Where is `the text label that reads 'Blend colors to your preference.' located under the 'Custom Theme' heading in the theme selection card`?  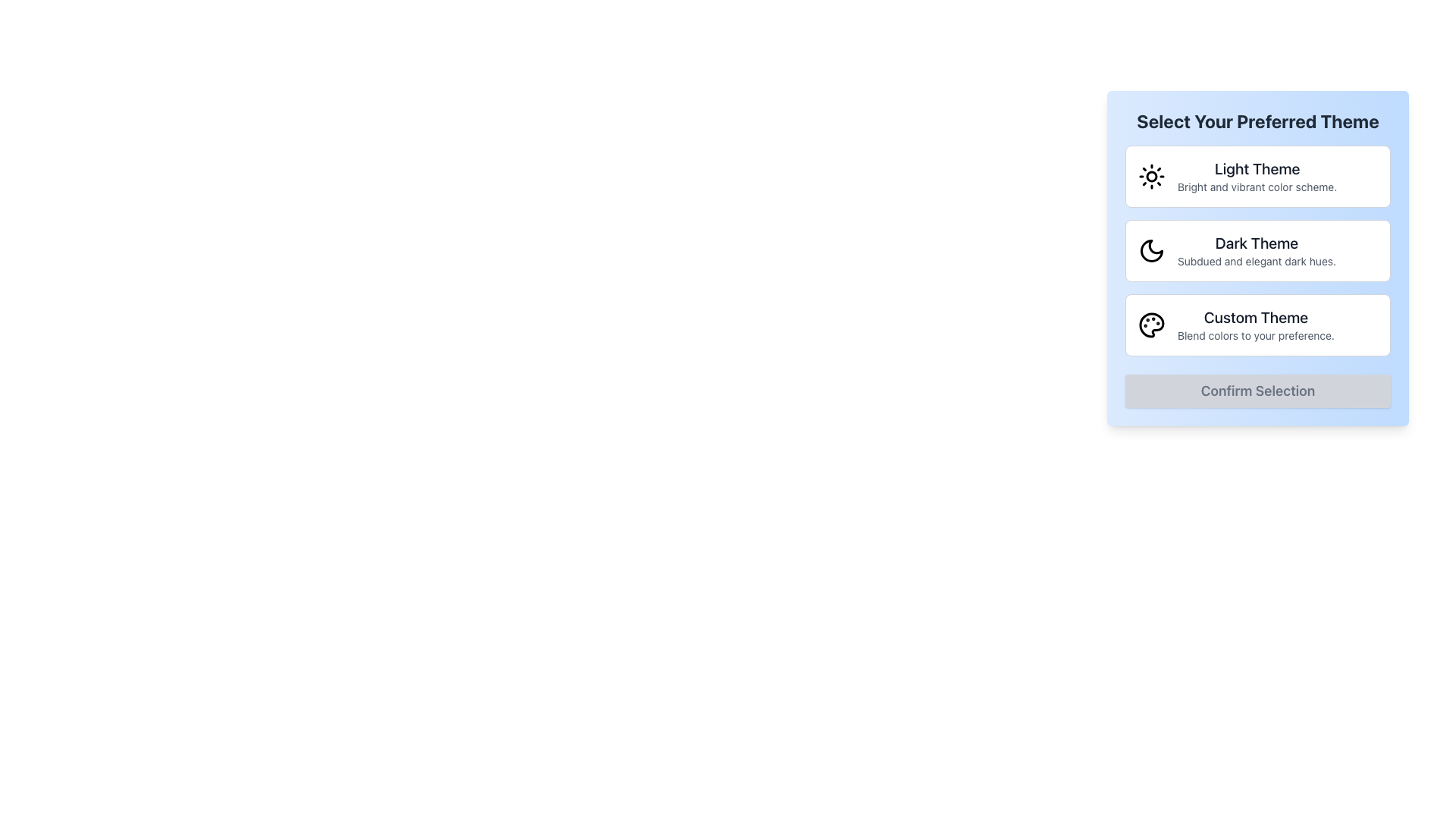
the text label that reads 'Blend colors to your preference.' located under the 'Custom Theme' heading in the theme selection card is located at coordinates (1256, 335).